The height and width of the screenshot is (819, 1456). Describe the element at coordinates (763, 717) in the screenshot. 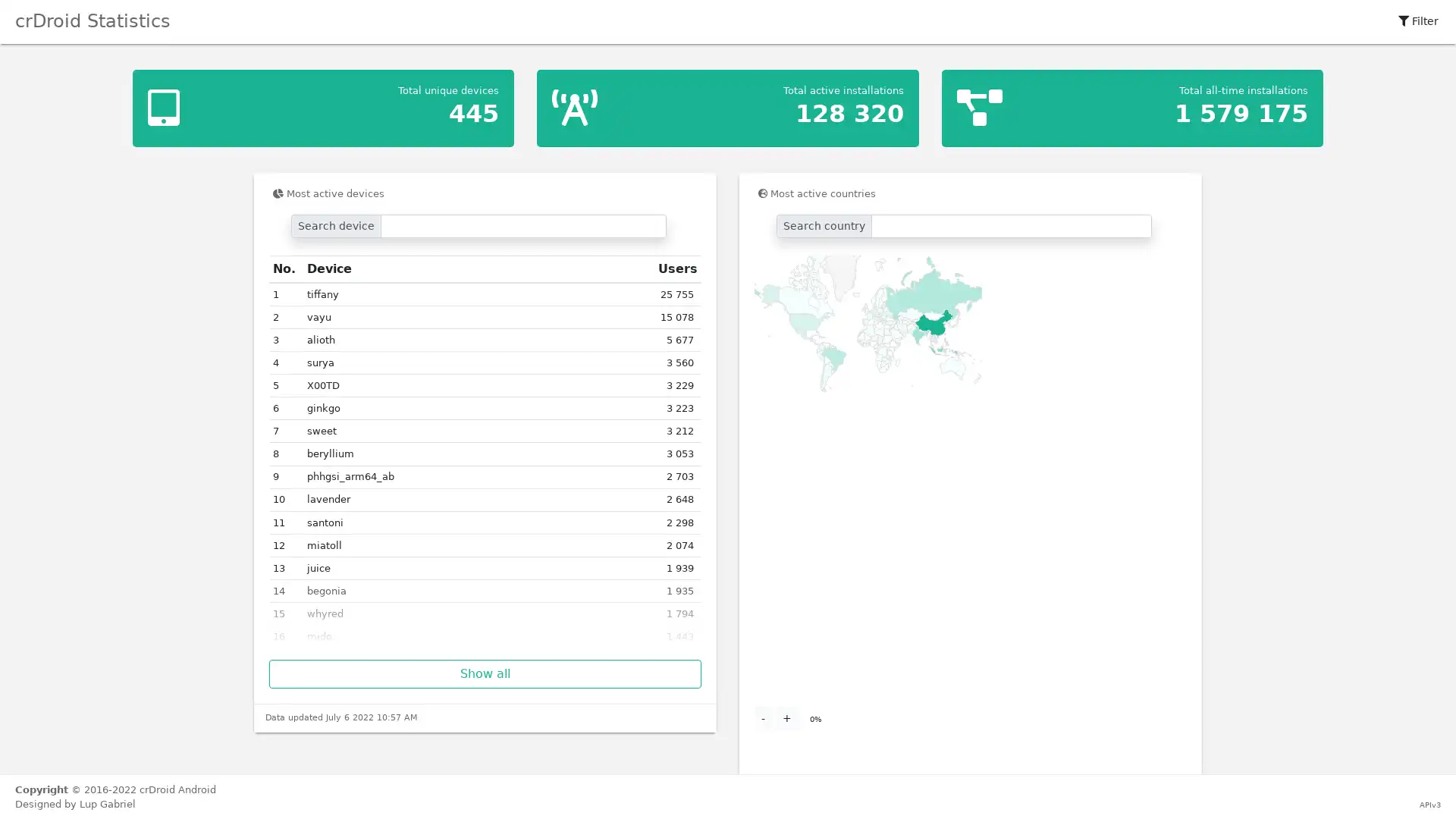

I see `-` at that location.